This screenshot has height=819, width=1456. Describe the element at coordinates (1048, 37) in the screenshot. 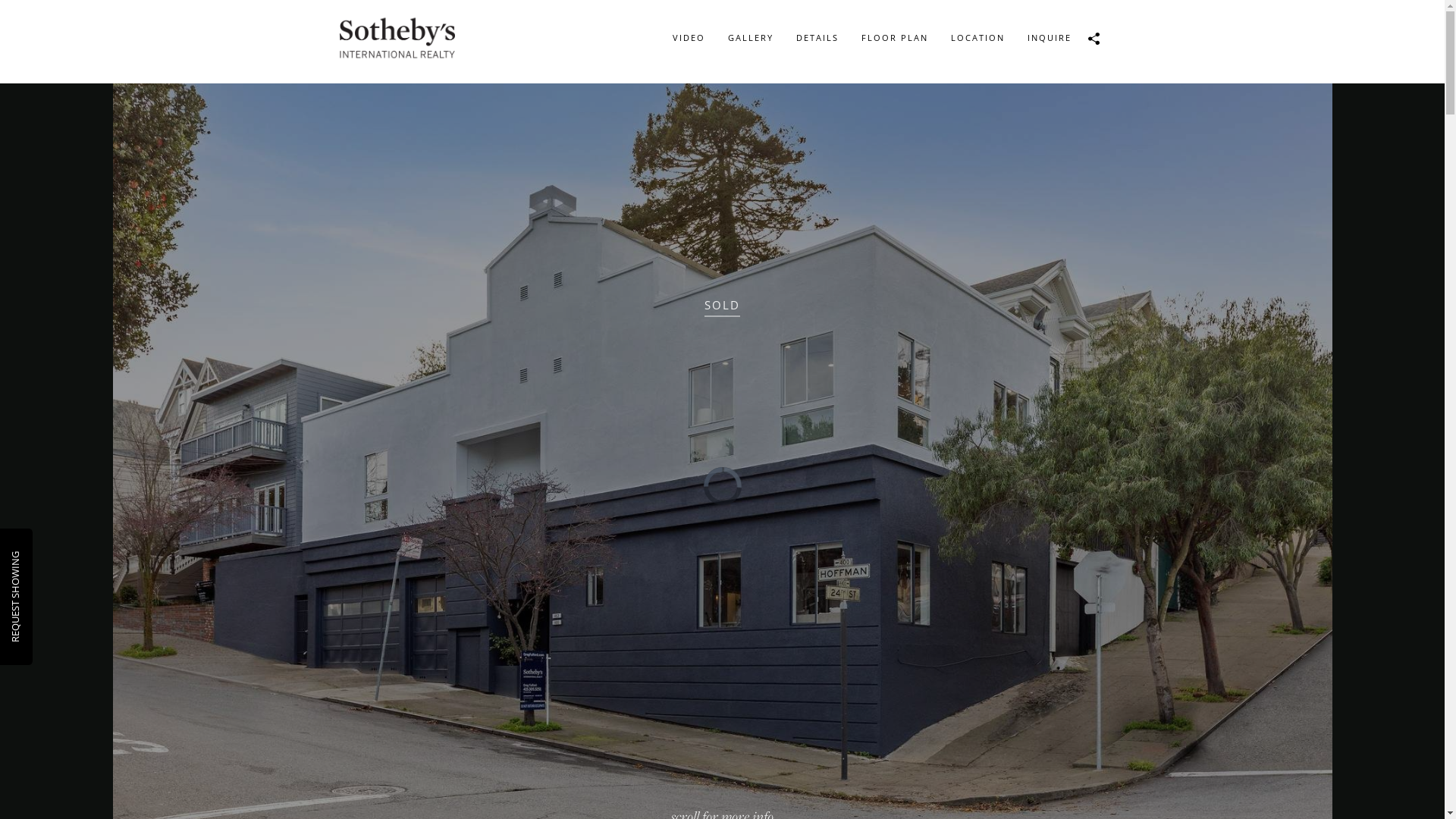

I see `'INQUIRE'` at that location.